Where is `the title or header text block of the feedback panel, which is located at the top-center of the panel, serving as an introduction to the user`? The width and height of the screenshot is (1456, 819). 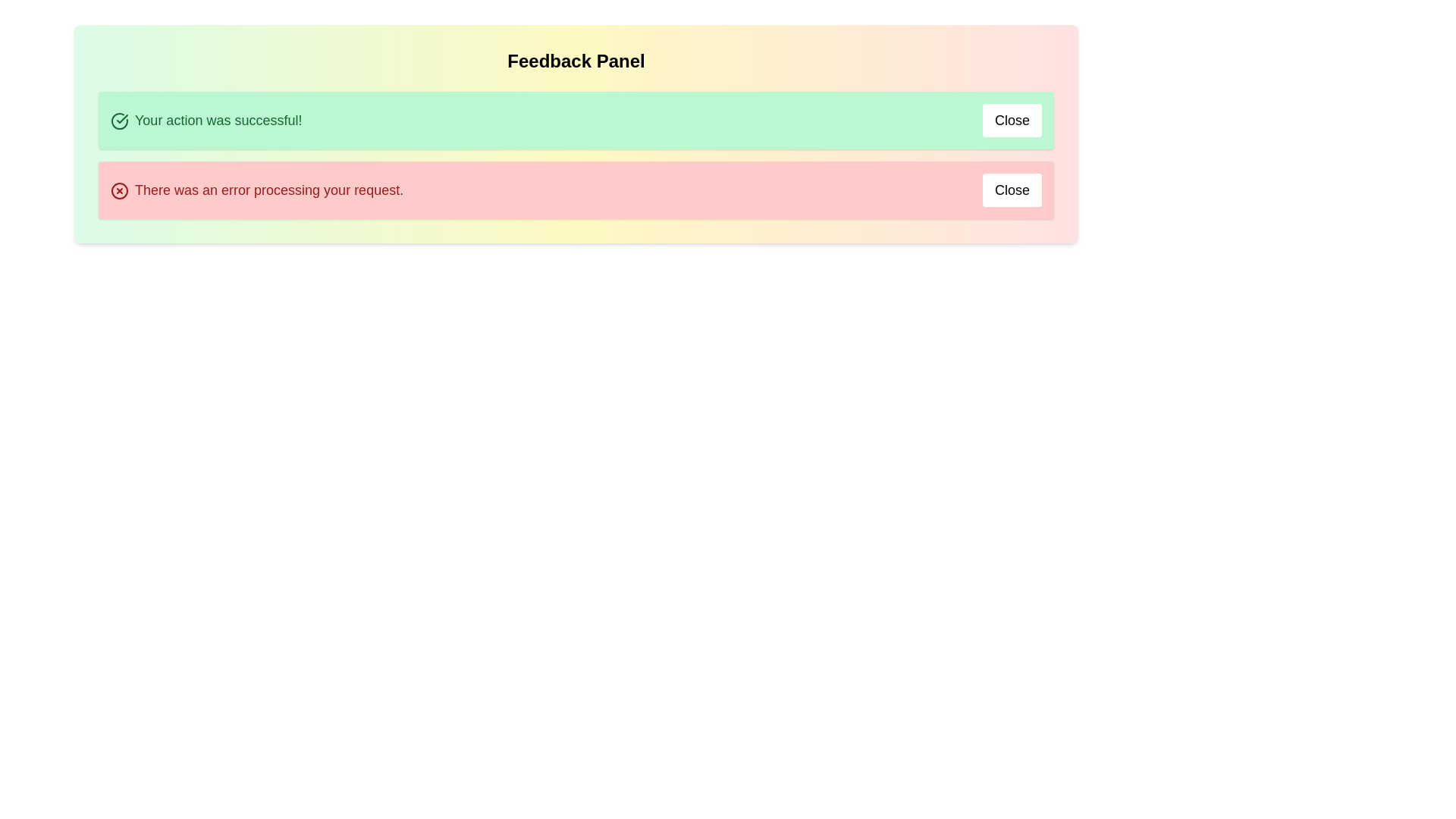 the title or header text block of the feedback panel, which is located at the top-center of the panel, serving as an introduction to the user is located at coordinates (575, 61).